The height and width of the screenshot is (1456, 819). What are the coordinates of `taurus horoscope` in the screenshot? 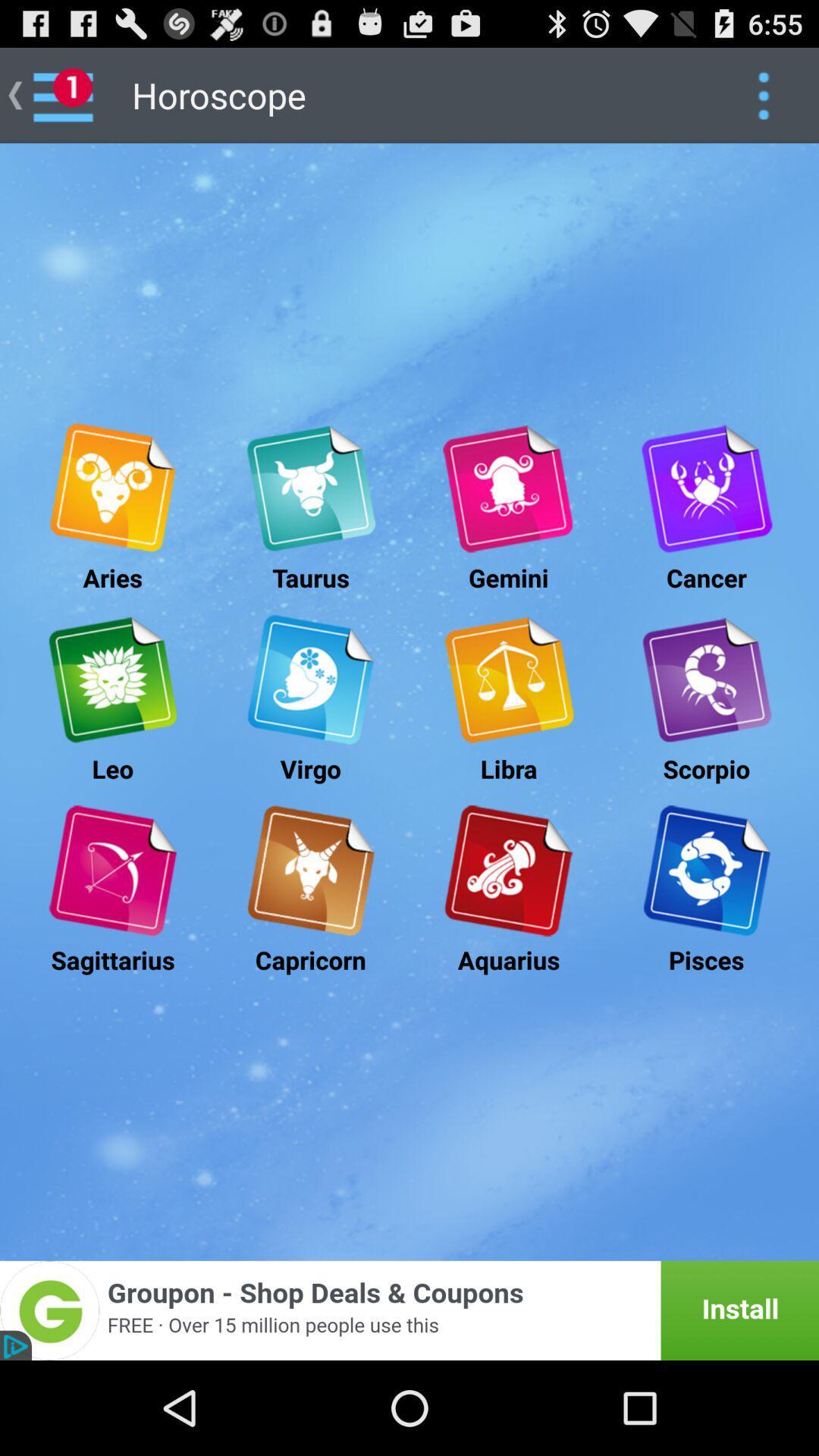 It's located at (309, 488).